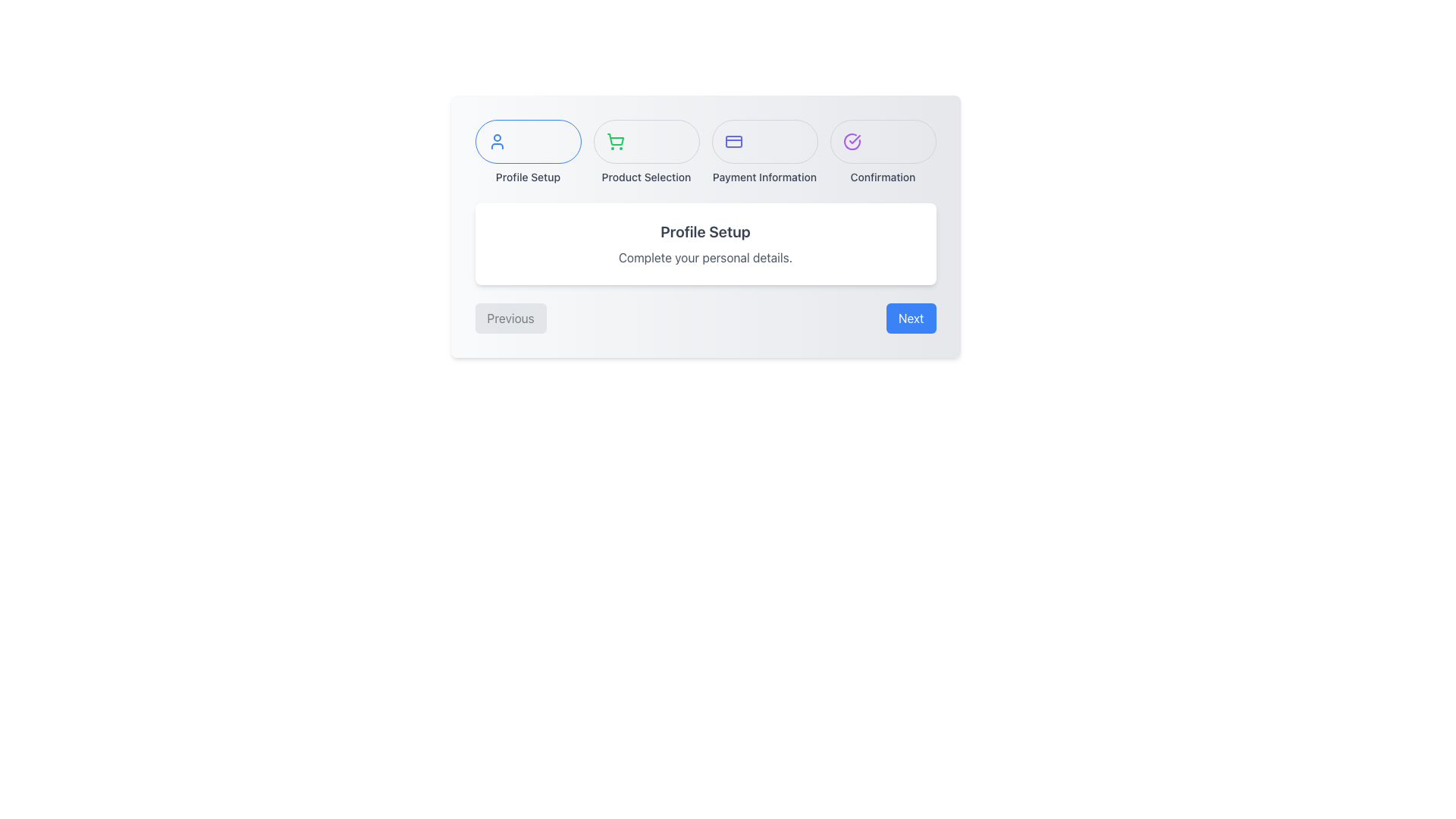  Describe the element at coordinates (528, 177) in the screenshot. I see `the text label that describes the 'Profile Setup' navigation step, located below the user profile icon` at that location.